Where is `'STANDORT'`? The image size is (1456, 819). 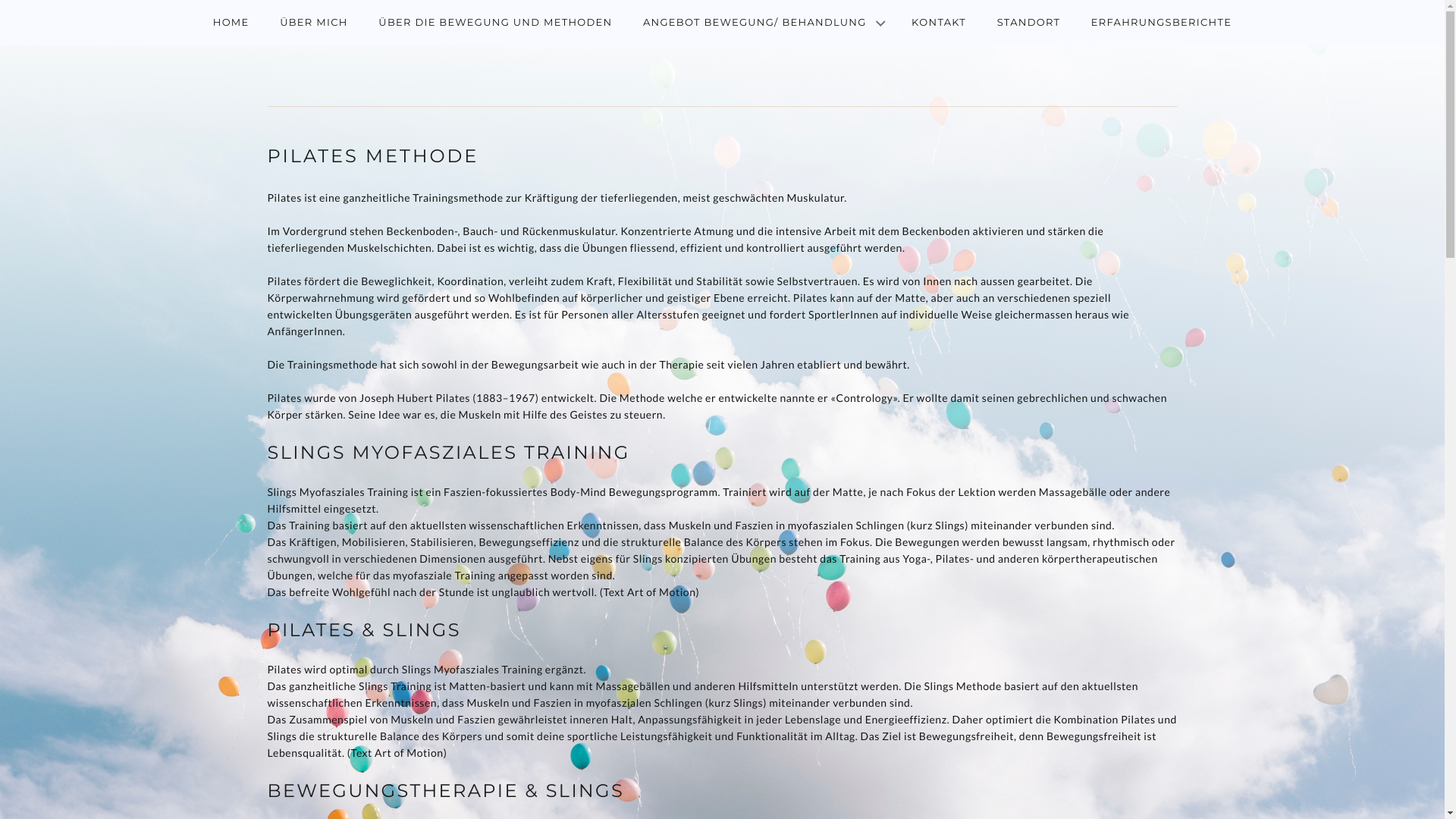
'STANDORT' is located at coordinates (982, 23).